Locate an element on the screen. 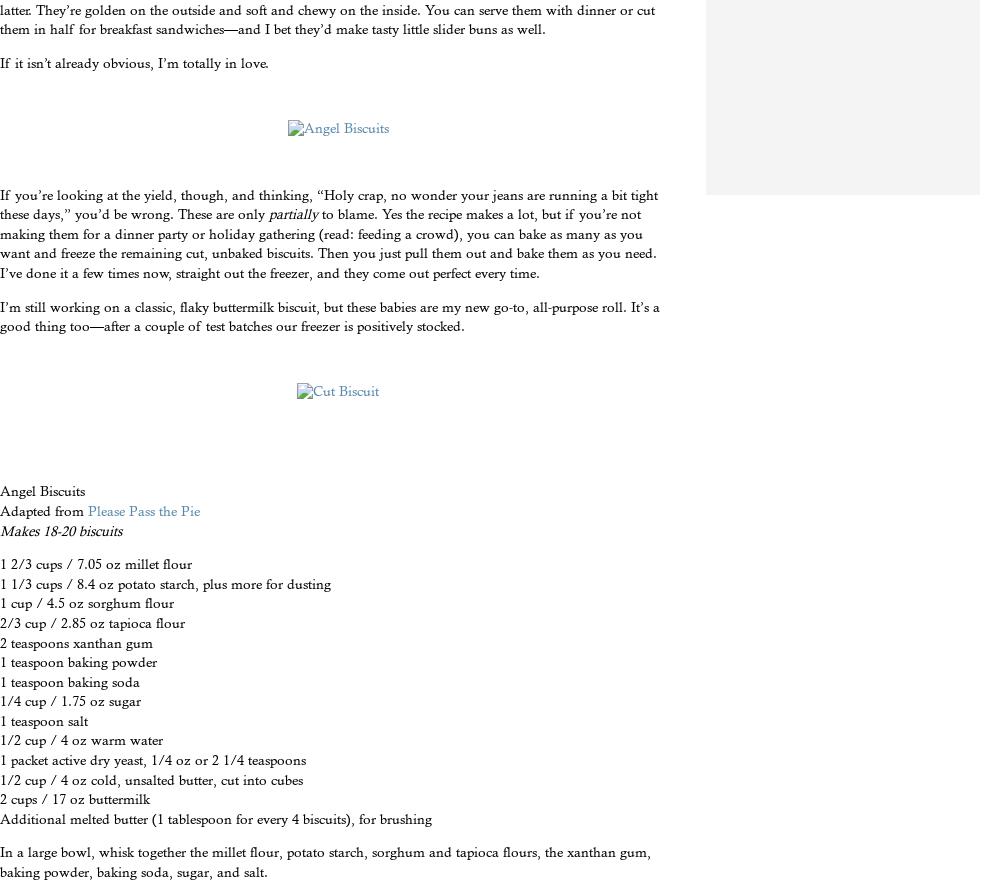  '1 cup / 4.5 oz sorghum flour' is located at coordinates (87, 601).